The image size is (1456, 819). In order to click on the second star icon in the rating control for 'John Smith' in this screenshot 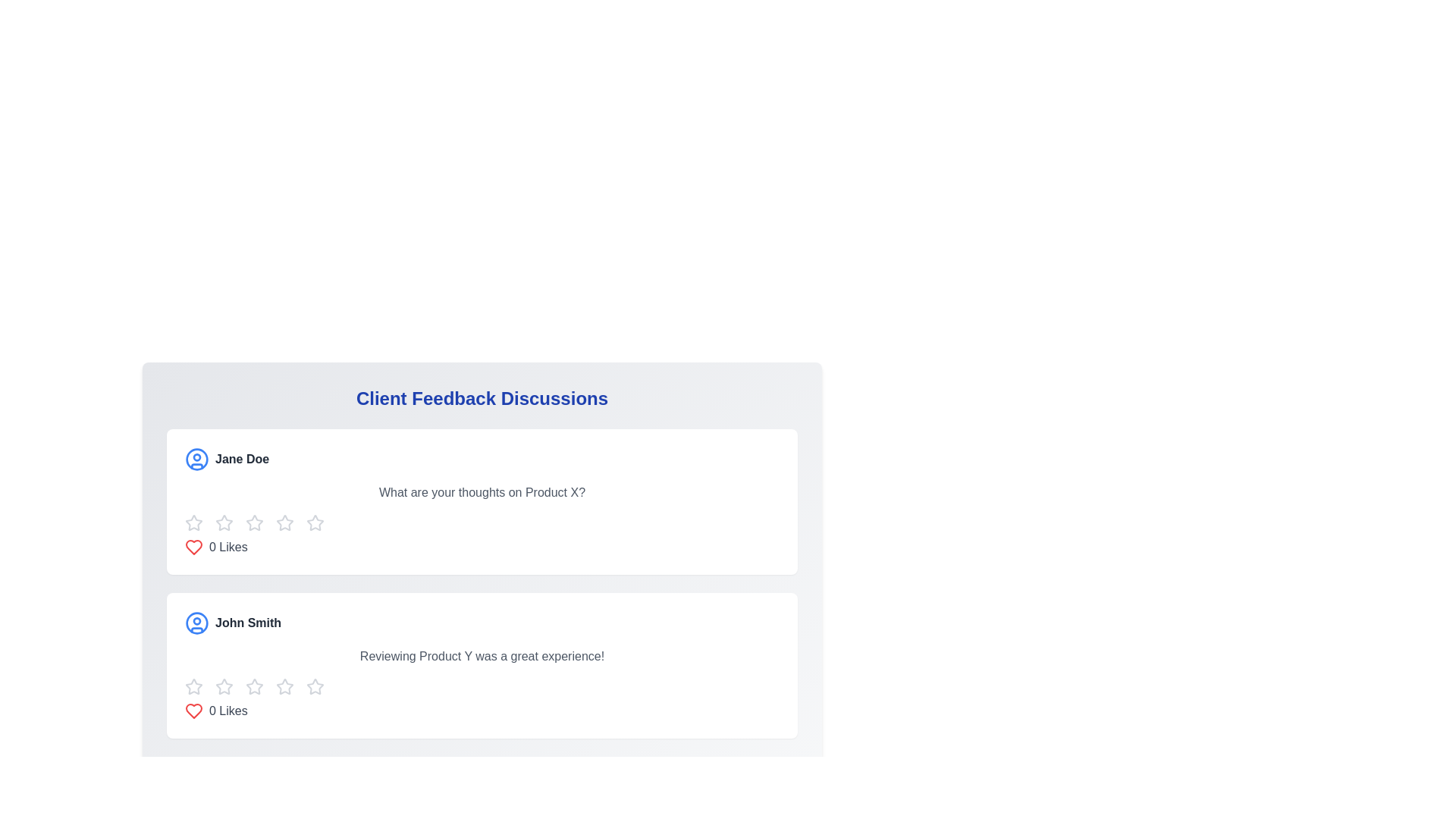, I will do `click(224, 687)`.